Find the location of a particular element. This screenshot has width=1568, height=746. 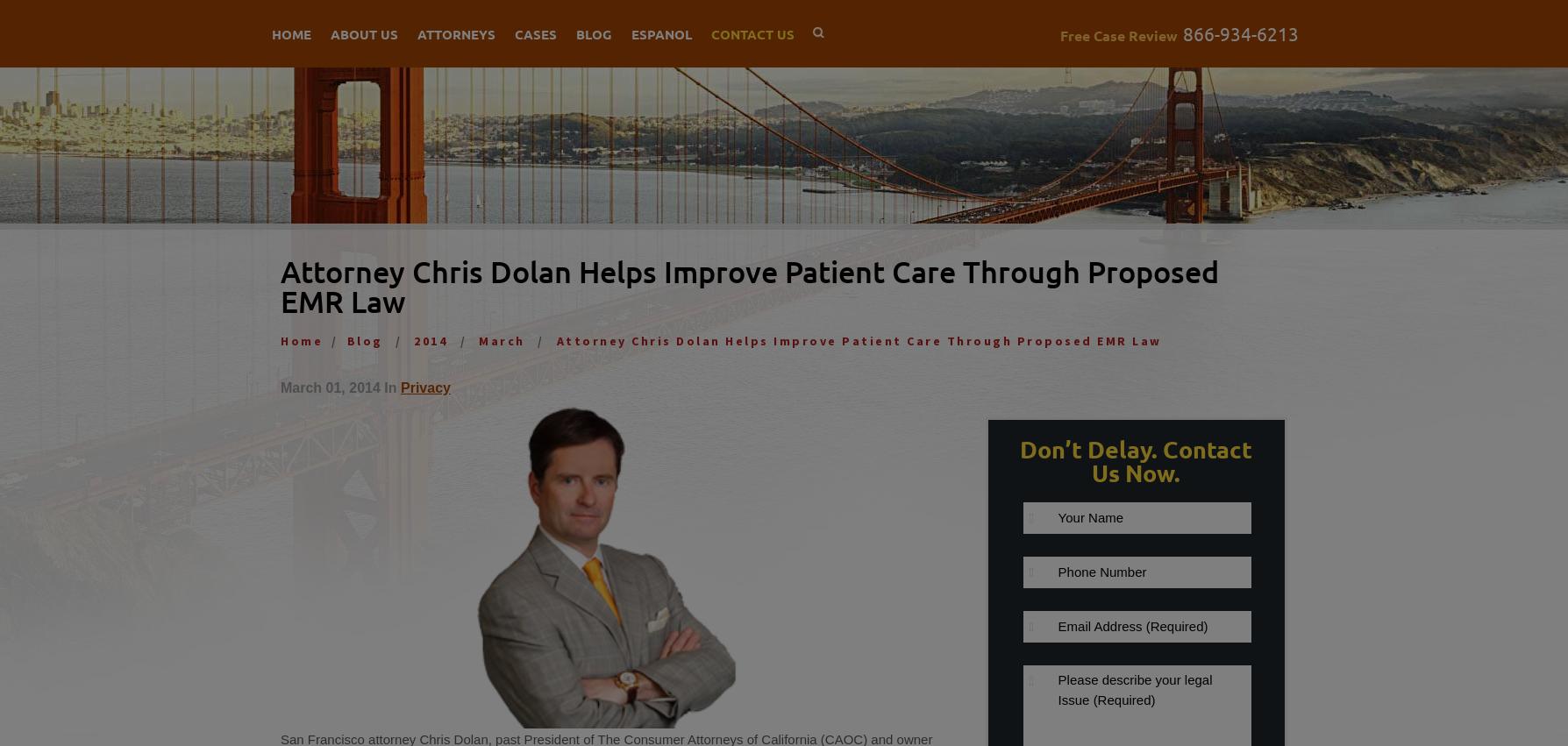

'Staff' is located at coordinates (338, 402).